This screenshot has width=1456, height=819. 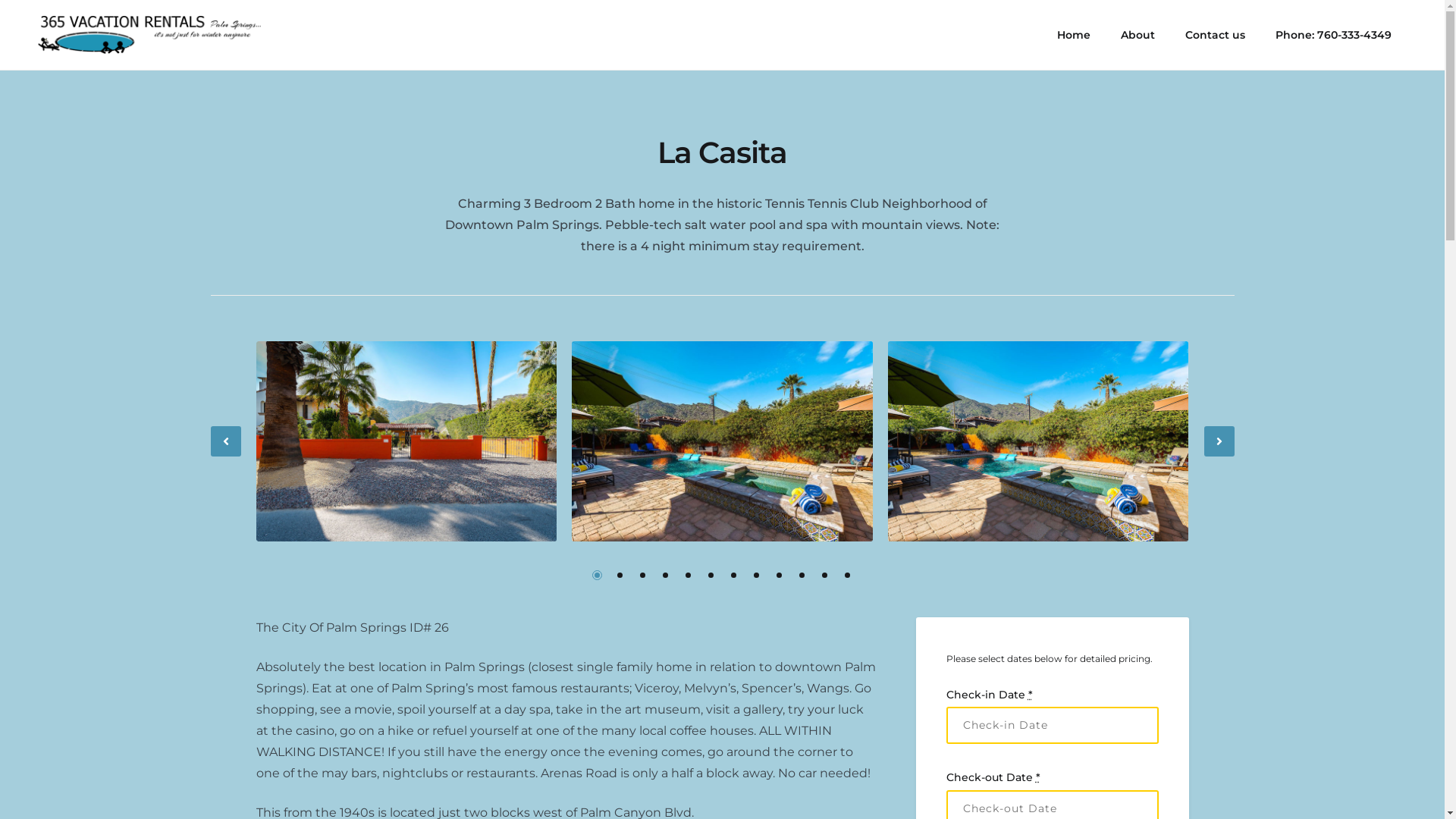 I want to click on '5', so click(x=687, y=575).